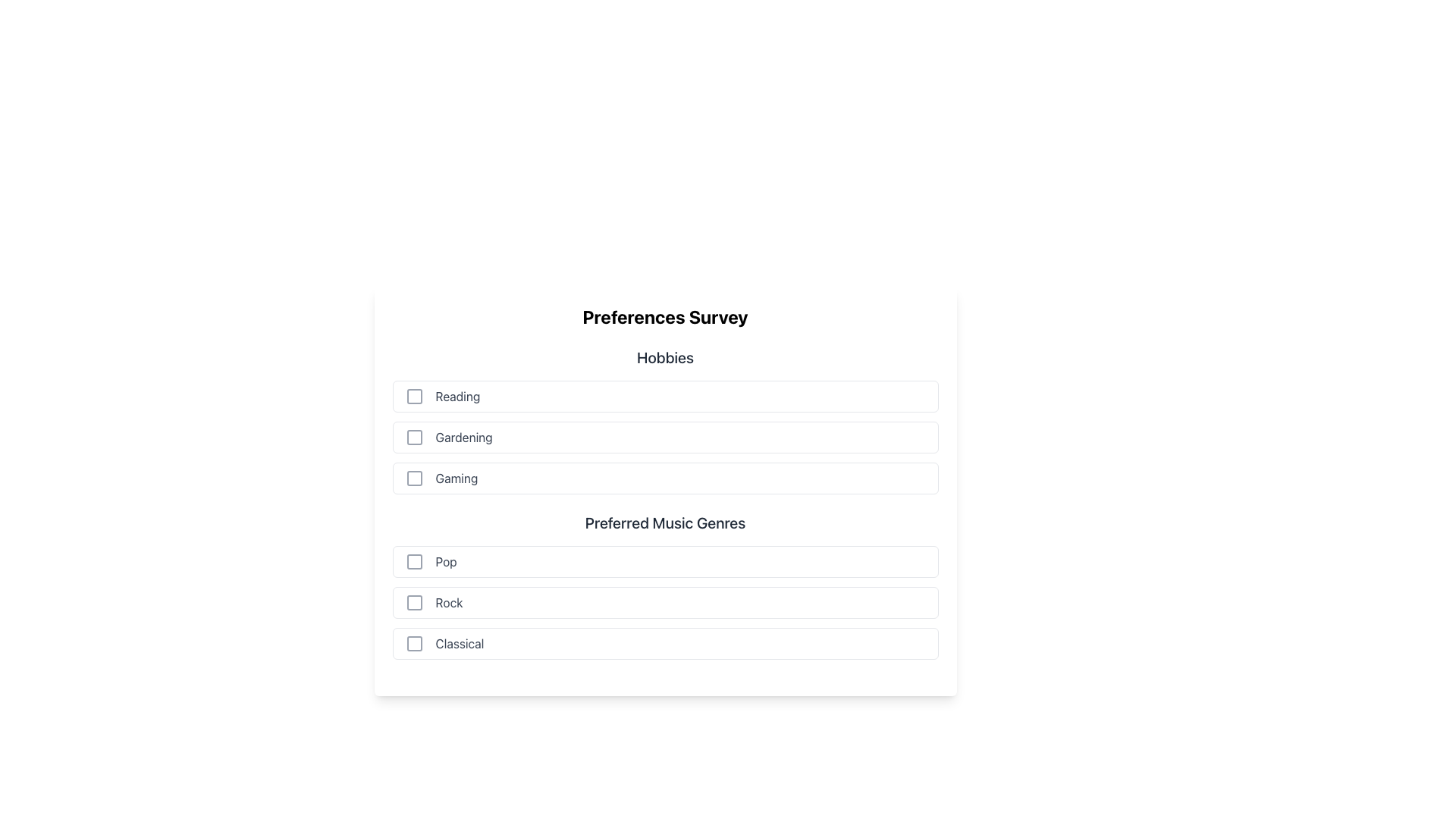  What do you see at coordinates (665, 561) in the screenshot?
I see `the first checkbox for the 'Preferred Music Genres' survey option` at bounding box center [665, 561].